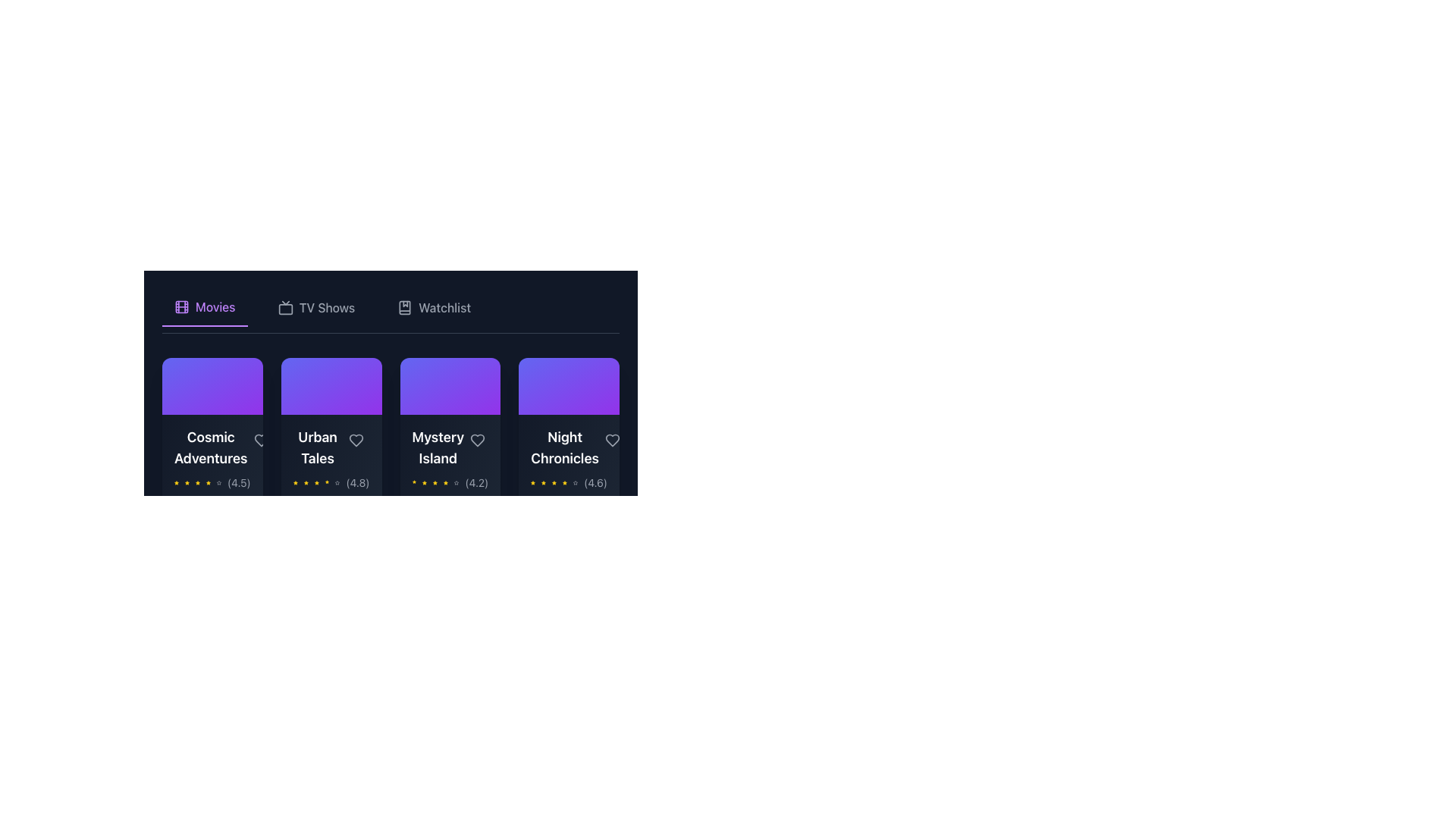 The image size is (1456, 819). What do you see at coordinates (554, 482) in the screenshot?
I see `the fourth star icon with a yellow fill and outline, indicating a rating of (4.6) under the title 'Night Chronicles'` at bounding box center [554, 482].